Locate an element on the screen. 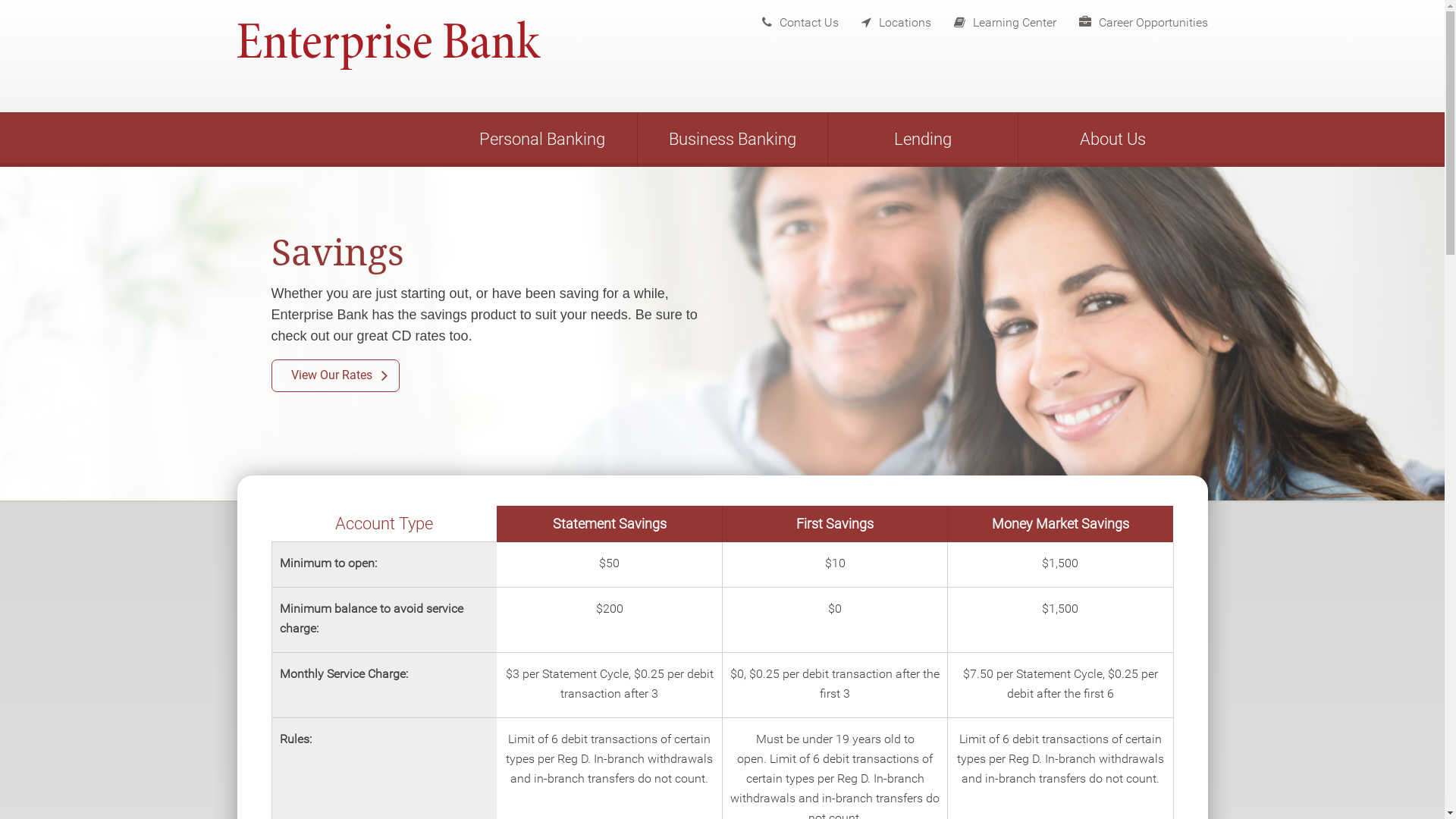 This screenshot has width=1456, height=819. 'Learning Center' is located at coordinates (930, 18).